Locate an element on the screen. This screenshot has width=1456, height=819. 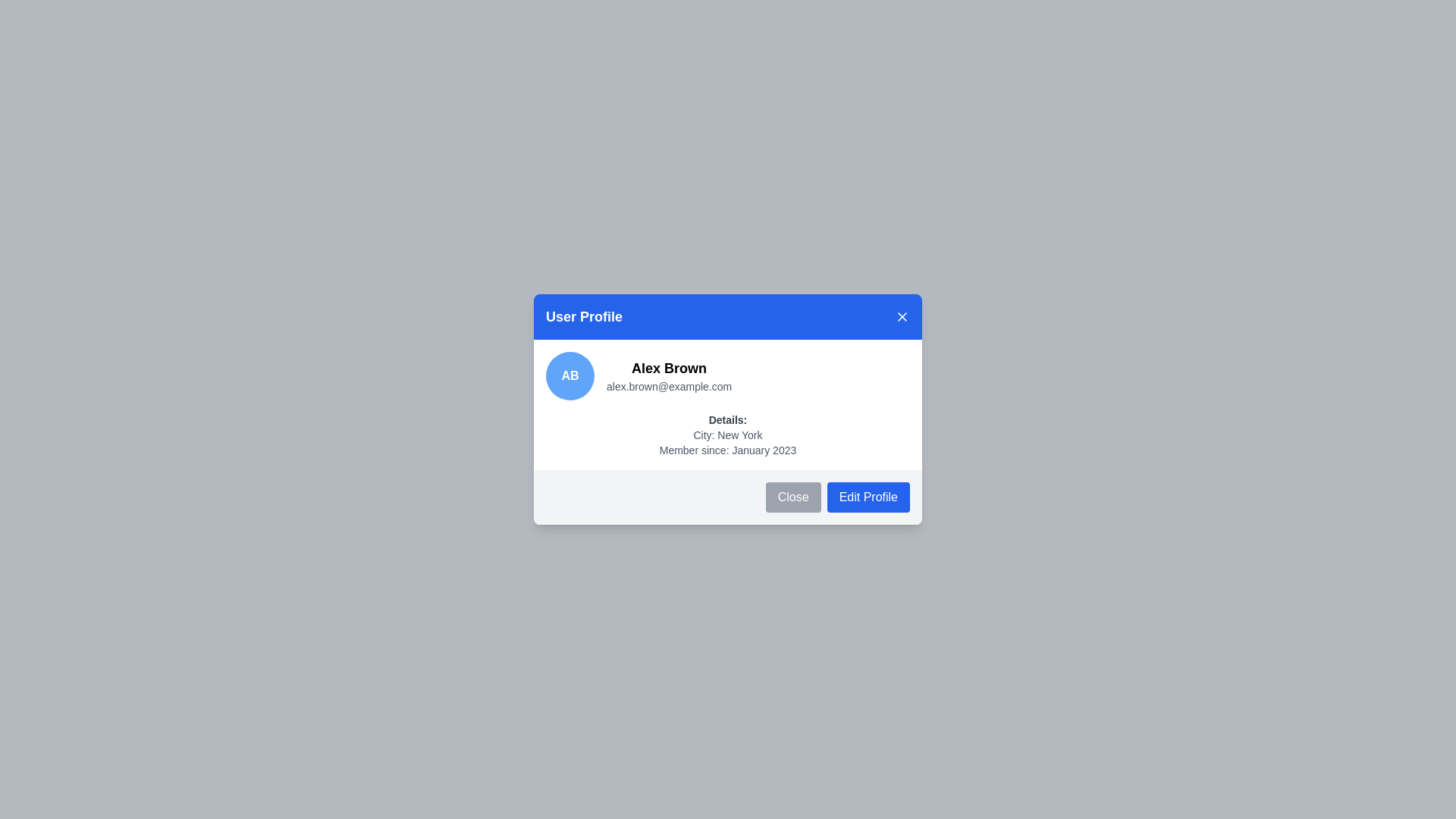
the button at the bottom-right corner of the user profile modal is located at coordinates (868, 497).